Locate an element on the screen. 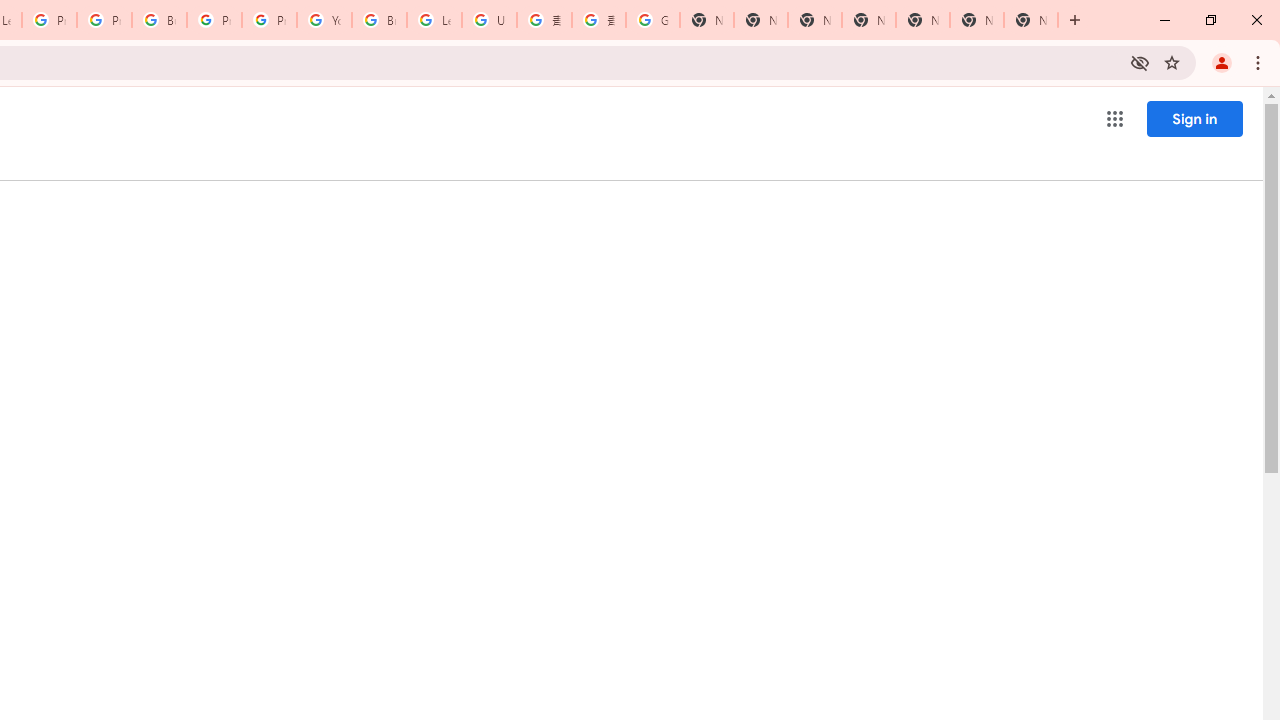 The height and width of the screenshot is (720, 1280). 'YouTube' is located at coordinates (324, 20).